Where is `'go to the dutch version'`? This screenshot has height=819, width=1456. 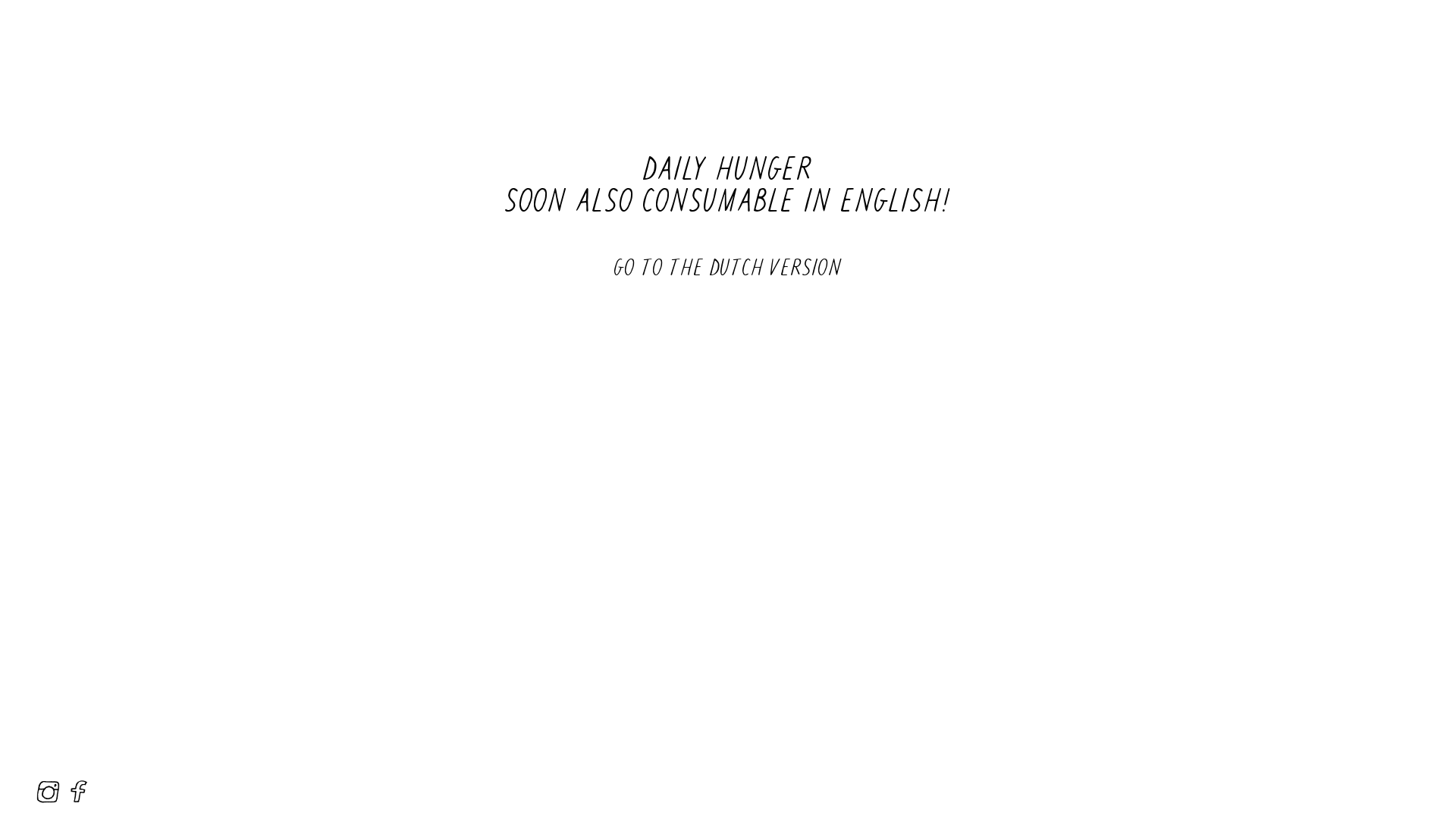
'go to the dutch version' is located at coordinates (728, 265).